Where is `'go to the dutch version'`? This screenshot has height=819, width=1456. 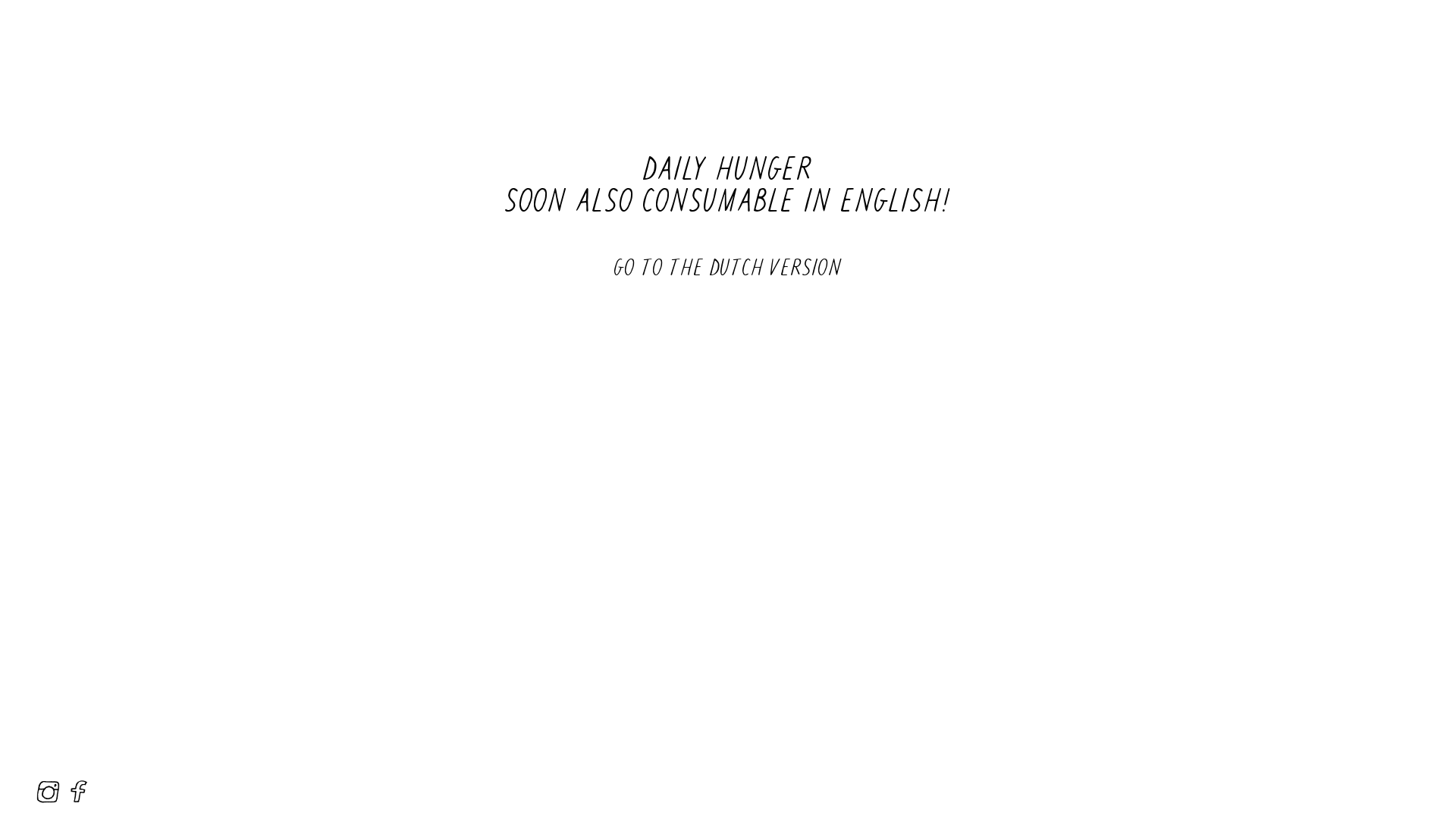
'go to the dutch version' is located at coordinates (728, 265).